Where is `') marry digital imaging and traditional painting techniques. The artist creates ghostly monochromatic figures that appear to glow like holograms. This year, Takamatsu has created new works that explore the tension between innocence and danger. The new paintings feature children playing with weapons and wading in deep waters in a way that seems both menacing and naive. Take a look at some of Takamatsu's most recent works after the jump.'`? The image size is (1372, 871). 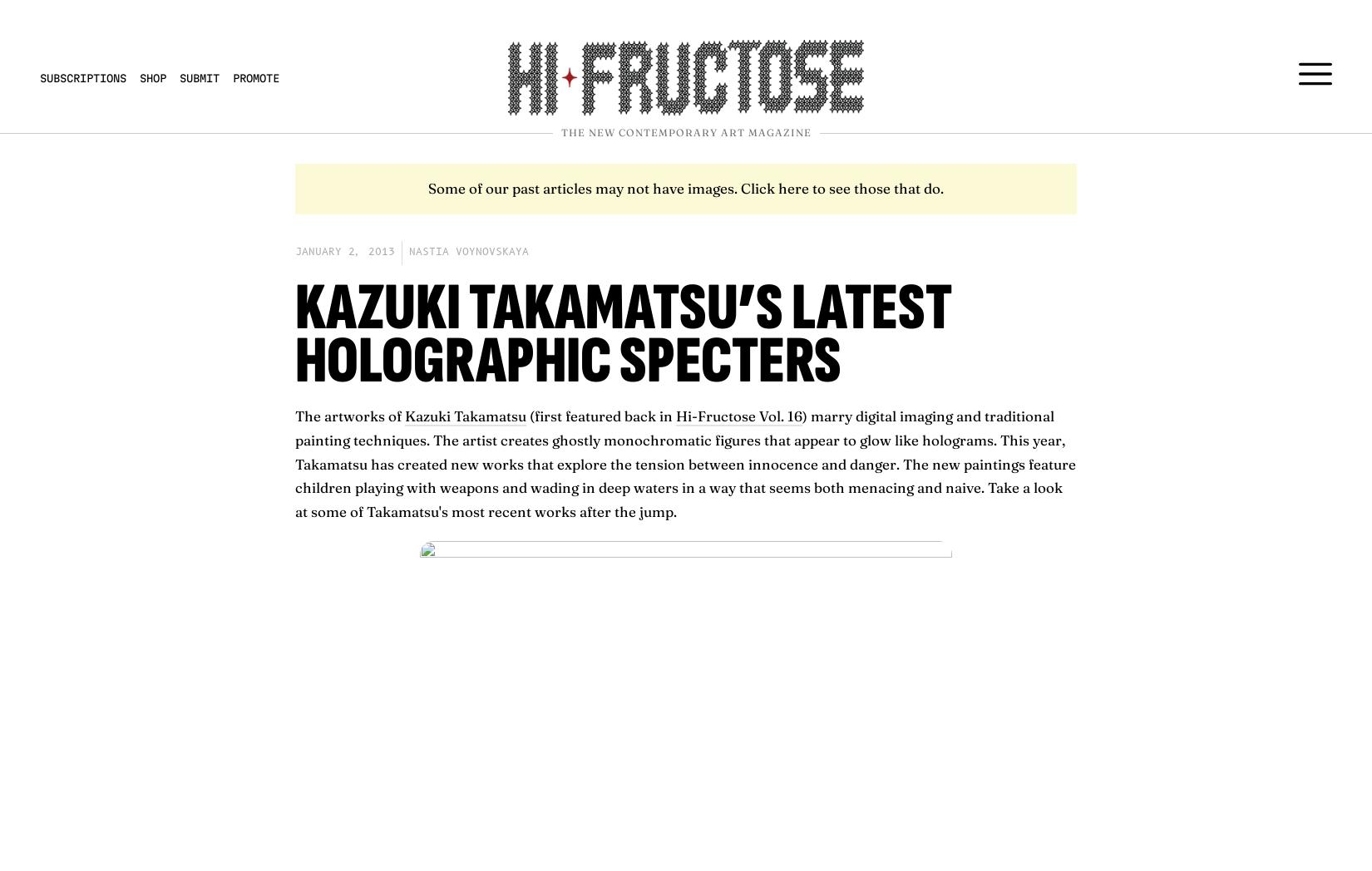
') marry digital imaging and traditional painting techniques. The artist creates ghostly monochromatic figures that appear to glow like holograms. This year, Takamatsu has created new works that explore the tension between innocence and danger. The new paintings feature children playing with weapons and wading in deep waters in a way that seems both menacing and naive. Take a look at some of Takamatsu's most recent works after the jump.' is located at coordinates (684, 462).